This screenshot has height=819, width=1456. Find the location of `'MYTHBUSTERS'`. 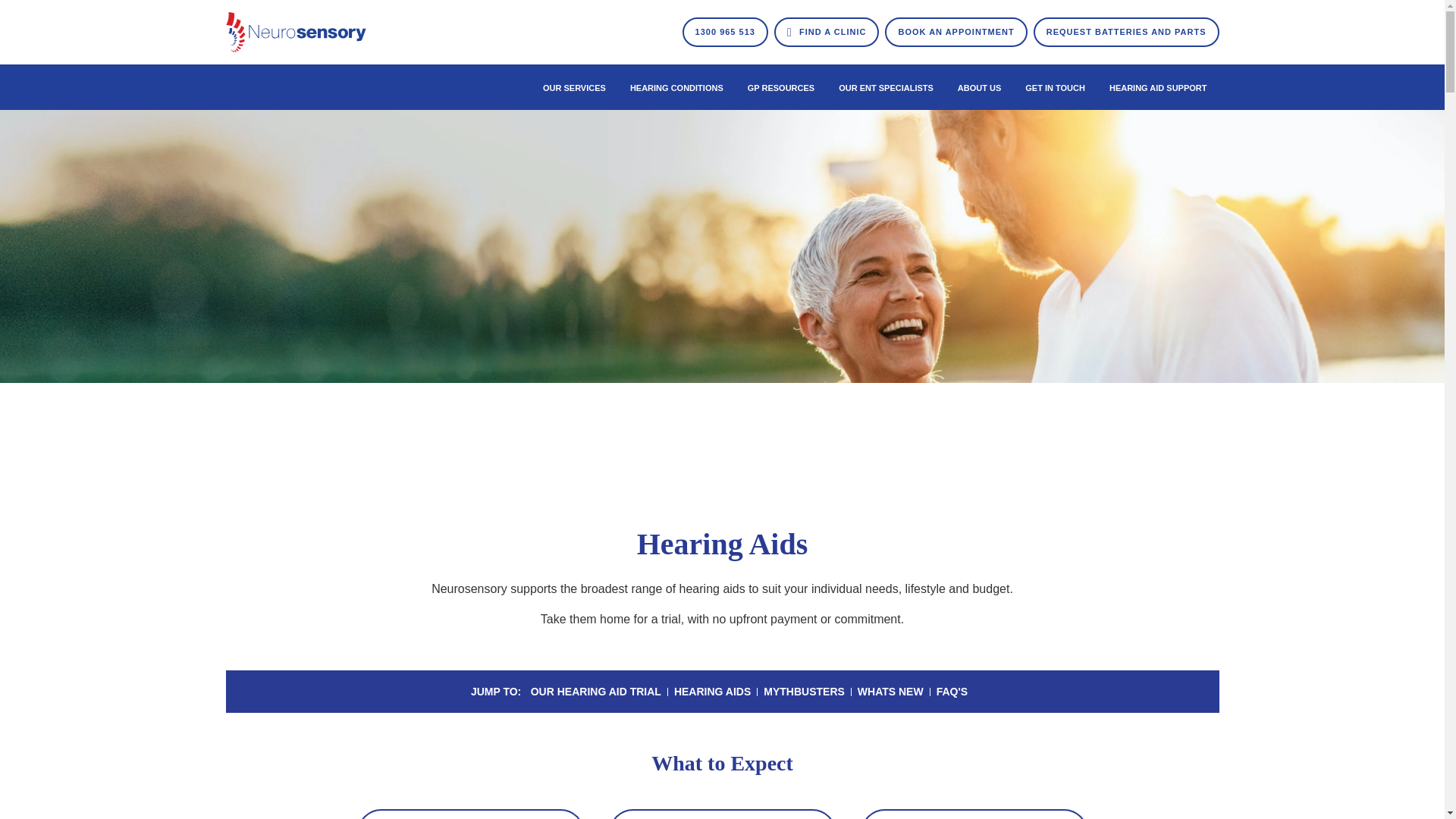

'MYTHBUSTERS' is located at coordinates (803, 692).